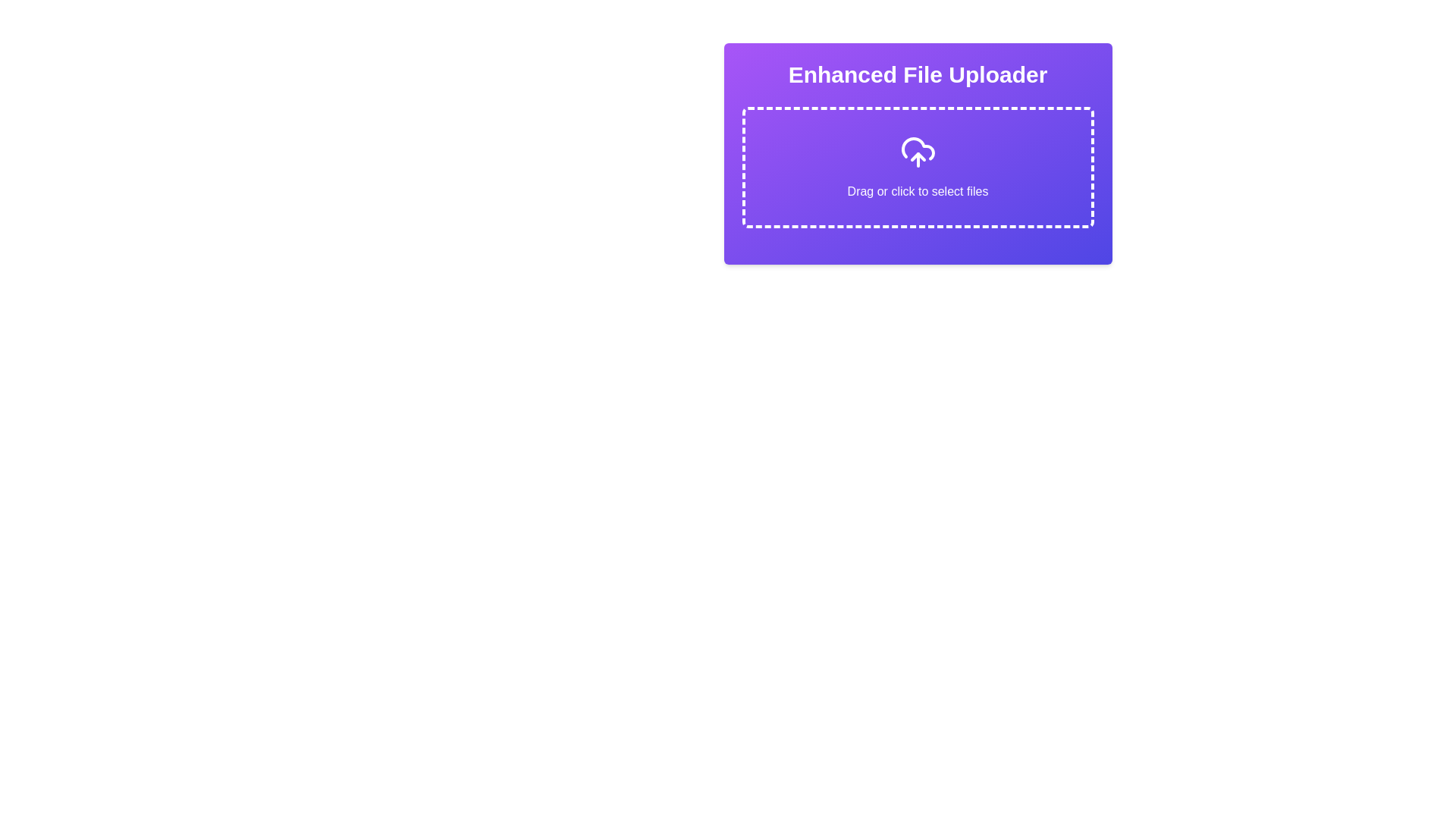  Describe the element at coordinates (917, 149) in the screenshot. I see `the upload icon located at the center of the graphical upload icon within the dashed-outline rectangular upload area on the 'Enhanced File Uploader' purple card` at that location.